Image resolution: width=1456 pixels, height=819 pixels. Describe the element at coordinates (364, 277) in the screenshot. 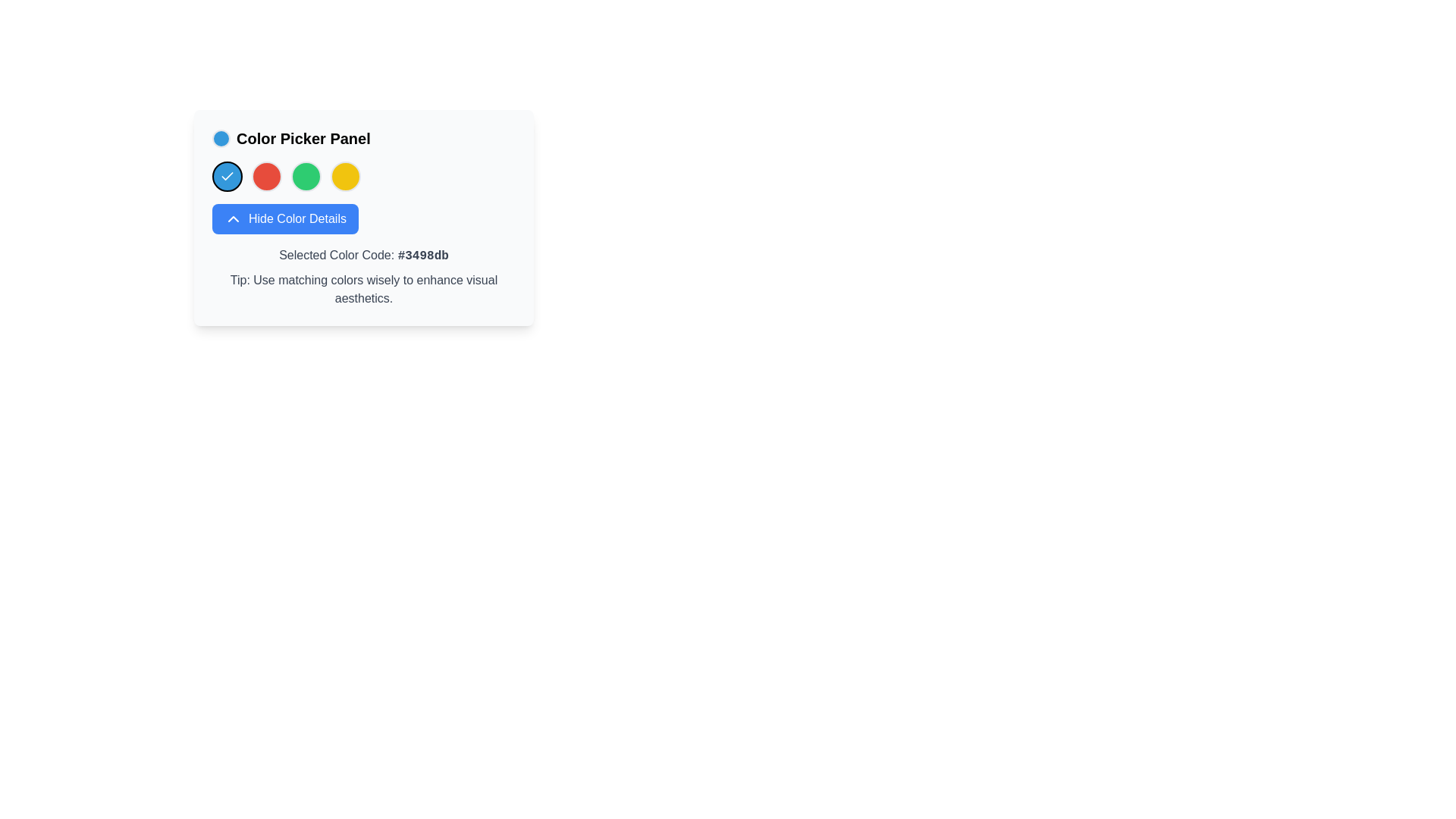

I see `information presented in the Informative text block located at the bottom of the Color Picker Panel, which includes the selected color code '#3498db' and a usage tip` at that location.